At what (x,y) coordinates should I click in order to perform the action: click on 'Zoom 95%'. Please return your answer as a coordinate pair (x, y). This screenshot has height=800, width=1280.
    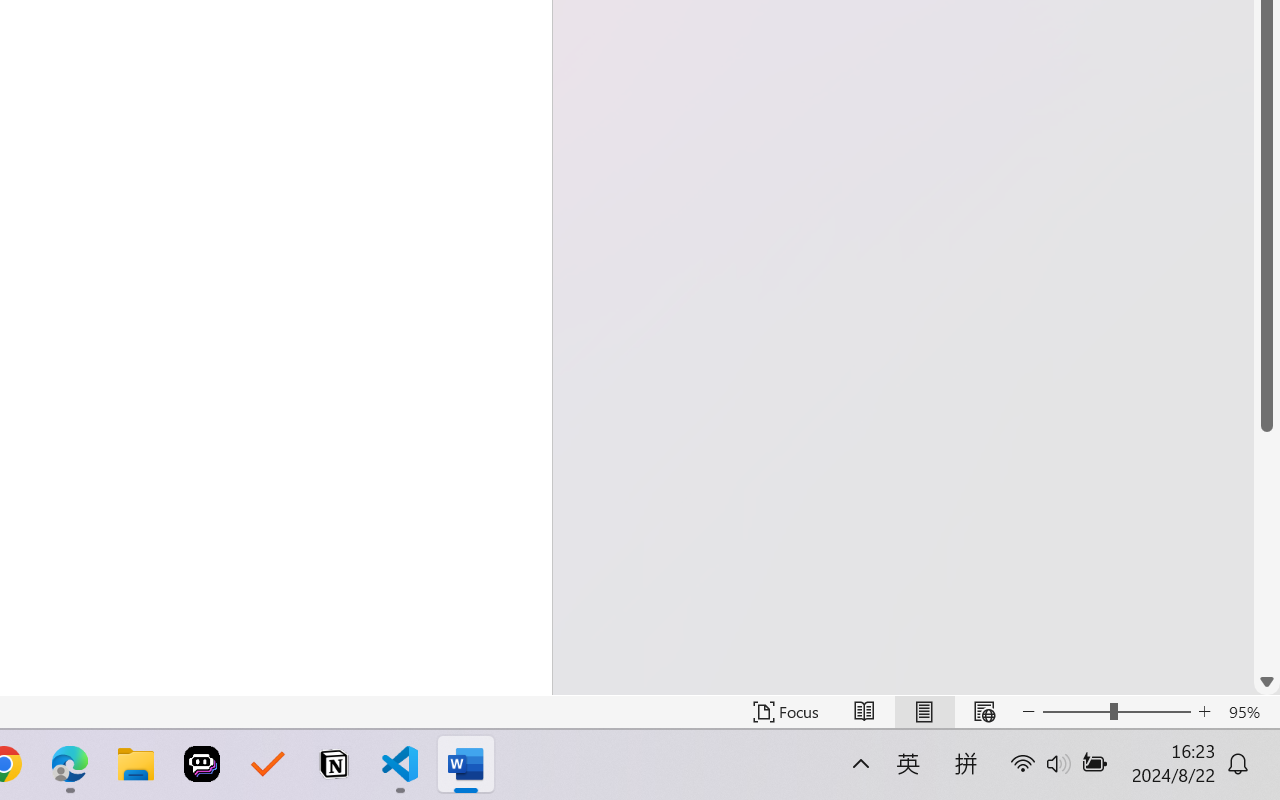
    Looking at the image, I should click on (1248, 711).